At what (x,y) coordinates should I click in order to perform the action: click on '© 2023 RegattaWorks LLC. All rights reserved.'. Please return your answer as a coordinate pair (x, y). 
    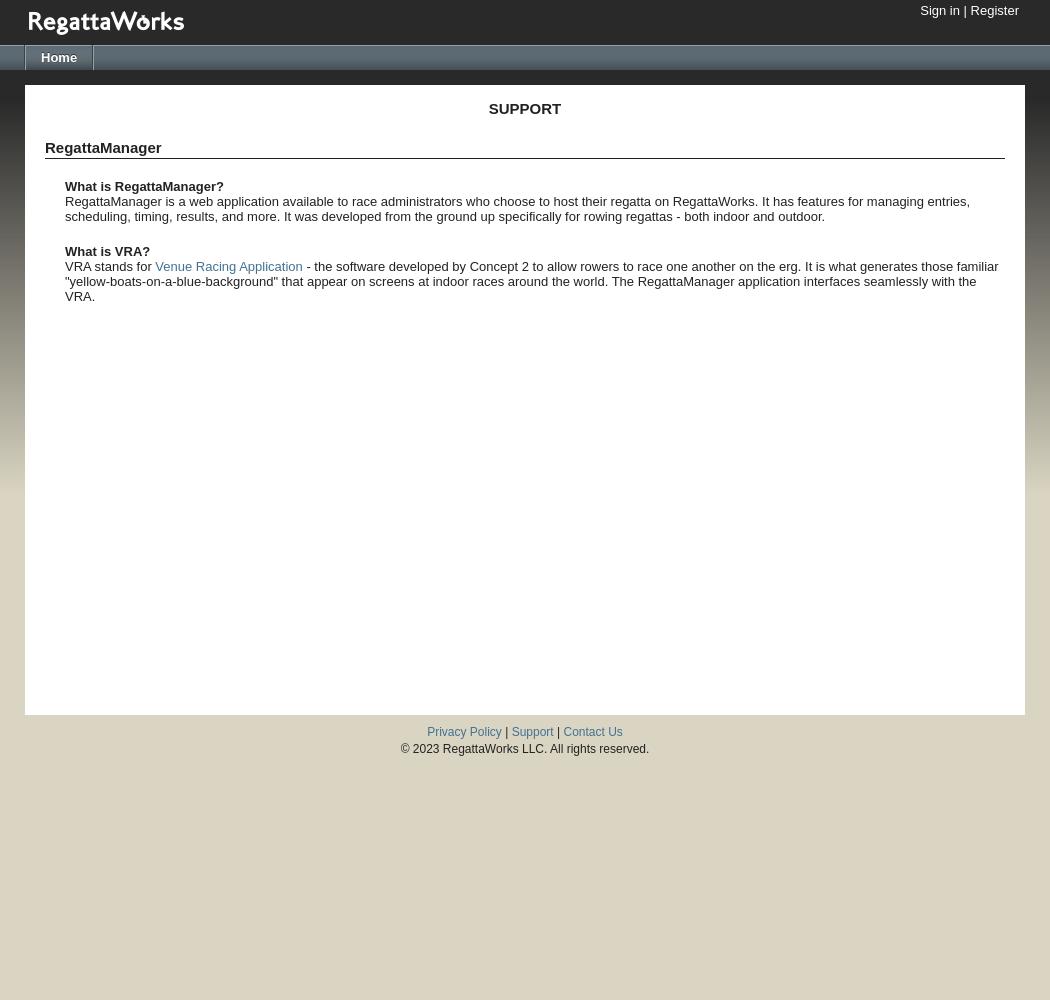
    Looking at the image, I should click on (523, 748).